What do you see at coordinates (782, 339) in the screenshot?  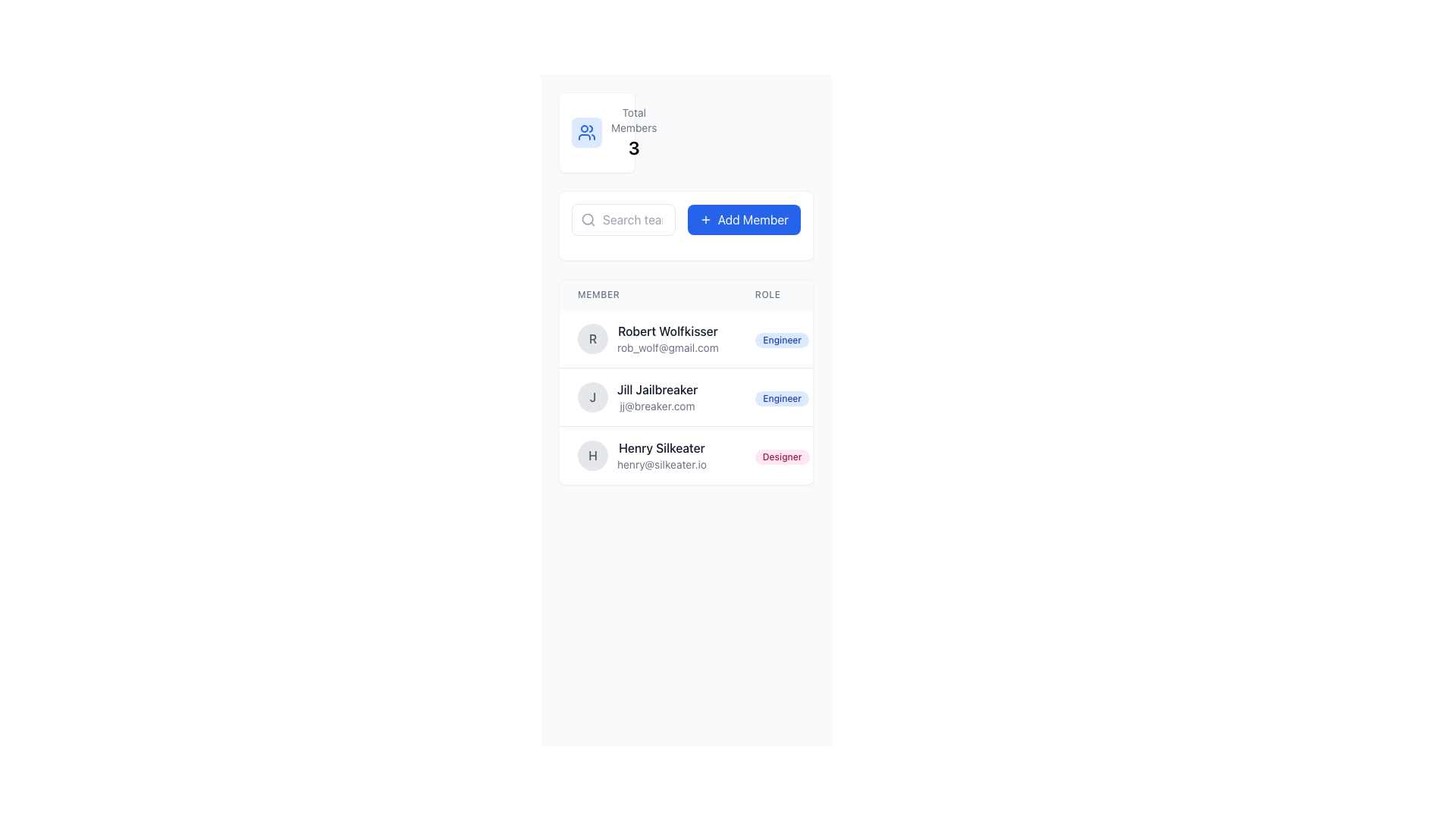 I see `the non-interactive label indicating the role of a member in the list, located in the 'ROLE' column of the first row next to 'Robert Wolfkisser'` at bounding box center [782, 339].